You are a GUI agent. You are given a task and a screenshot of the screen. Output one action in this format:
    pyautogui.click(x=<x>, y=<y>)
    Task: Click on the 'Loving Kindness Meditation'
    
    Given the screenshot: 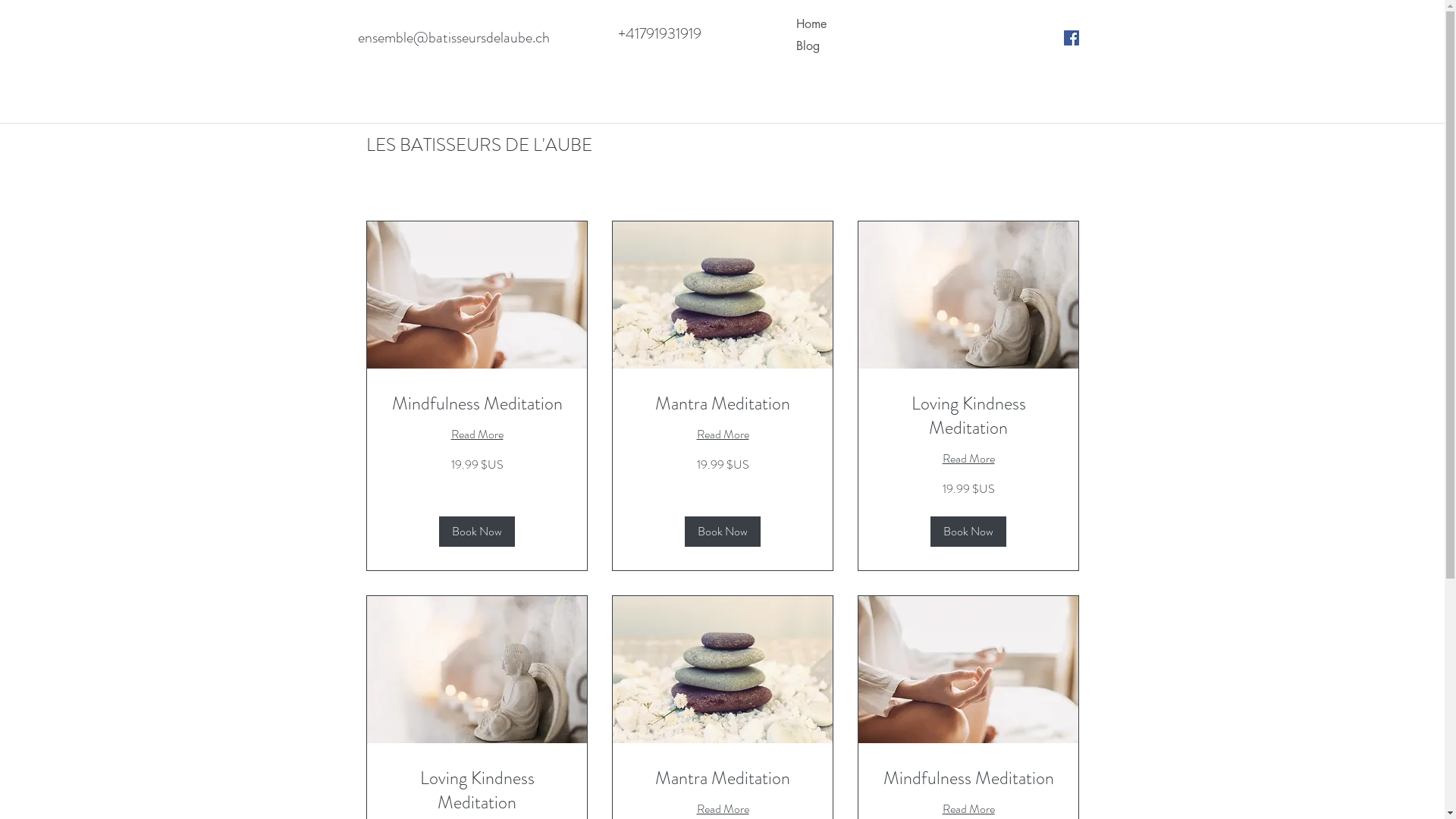 What is the action you would take?
    pyautogui.click(x=475, y=789)
    